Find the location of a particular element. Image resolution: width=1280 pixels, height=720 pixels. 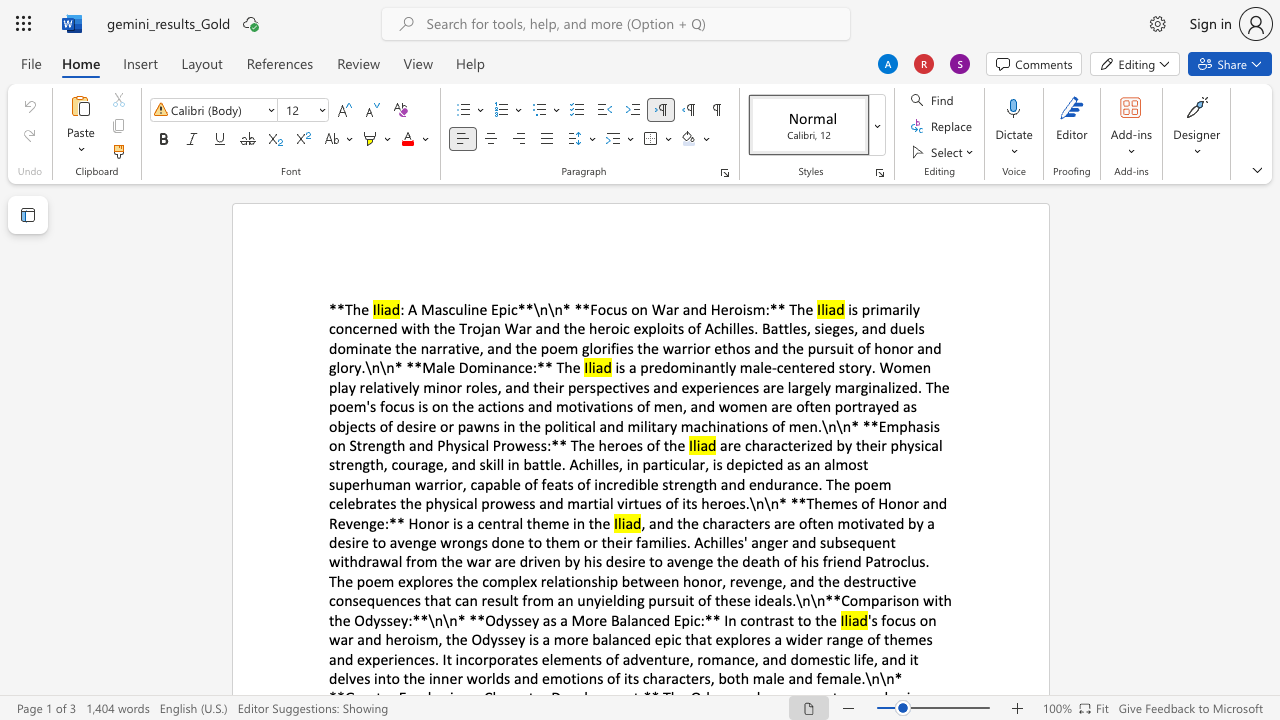

the 5th character "*" in the text is located at coordinates (585, 309).